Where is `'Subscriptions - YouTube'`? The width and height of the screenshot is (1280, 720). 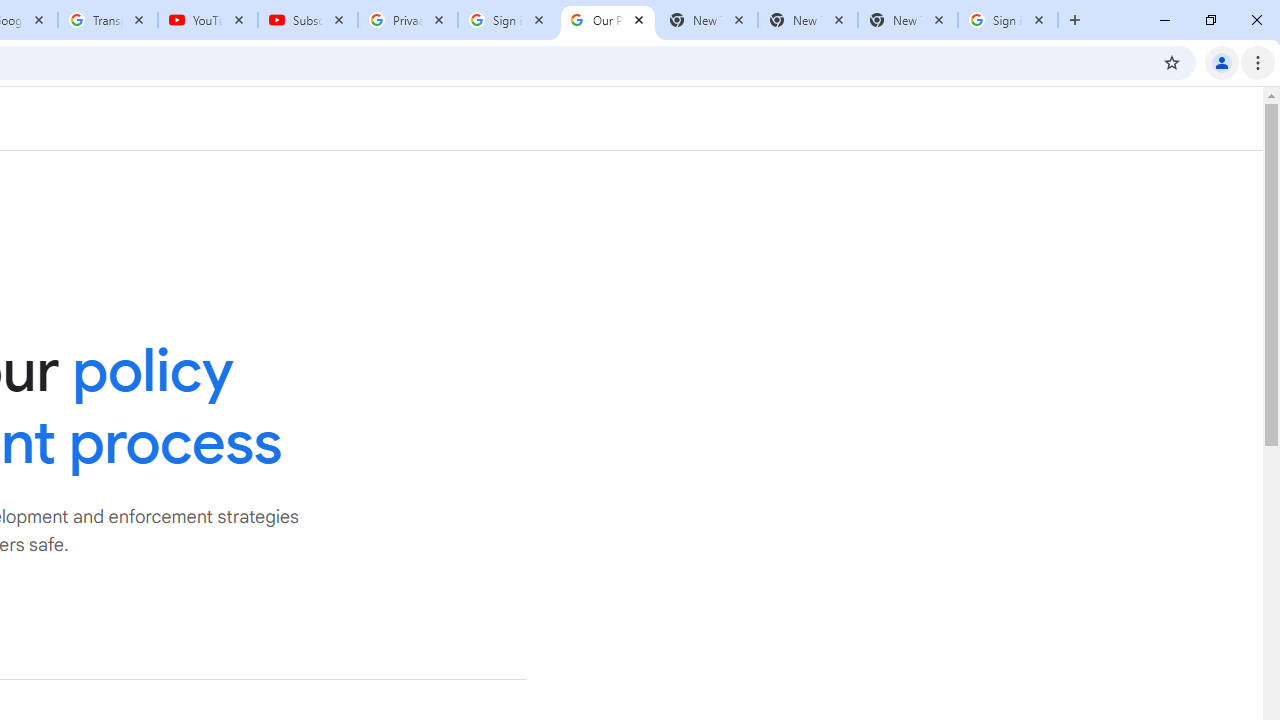
'Subscriptions - YouTube' is located at coordinates (307, 20).